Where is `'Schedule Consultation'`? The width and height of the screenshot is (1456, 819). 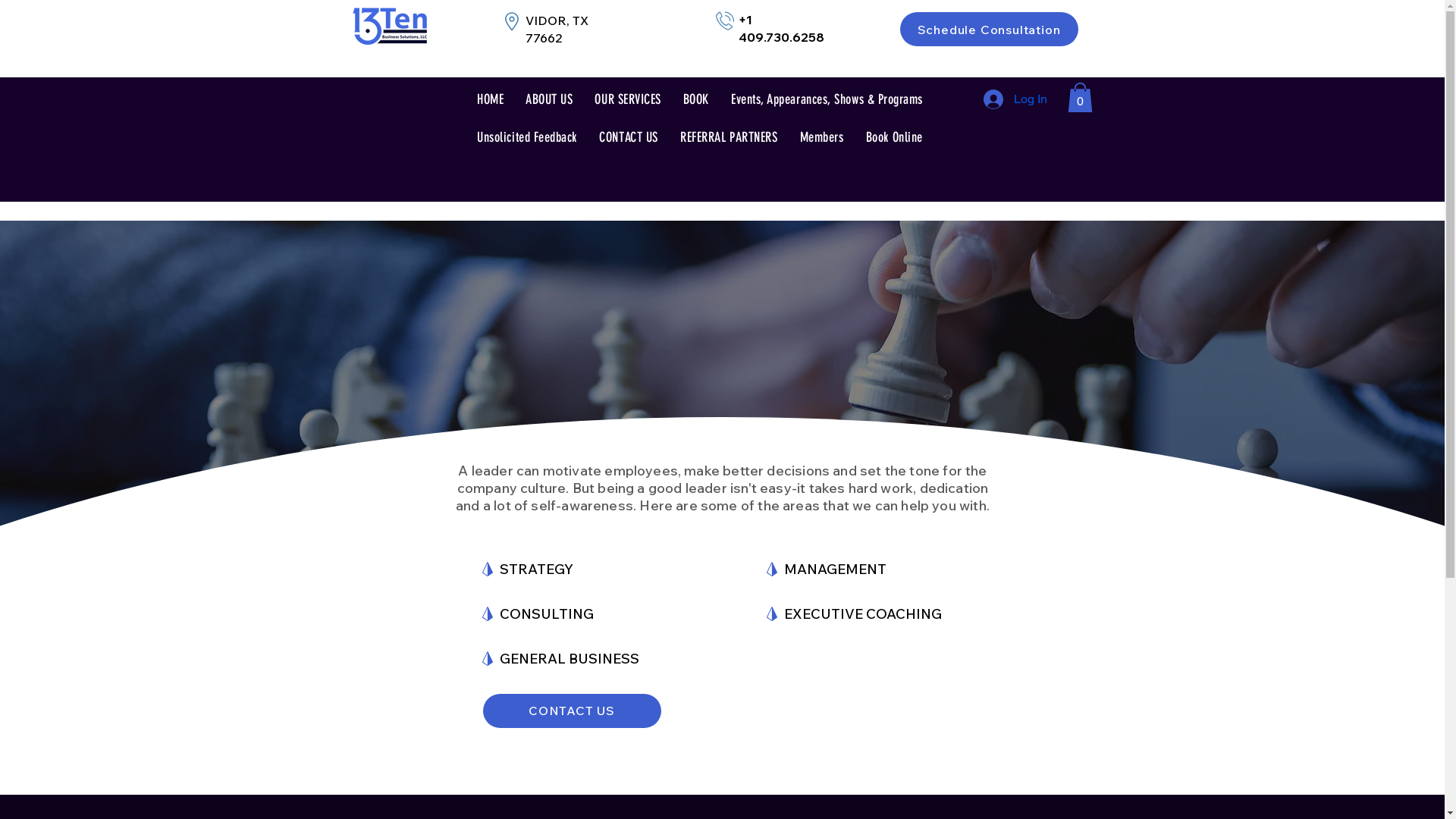
'Schedule Consultation' is located at coordinates (988, 29).